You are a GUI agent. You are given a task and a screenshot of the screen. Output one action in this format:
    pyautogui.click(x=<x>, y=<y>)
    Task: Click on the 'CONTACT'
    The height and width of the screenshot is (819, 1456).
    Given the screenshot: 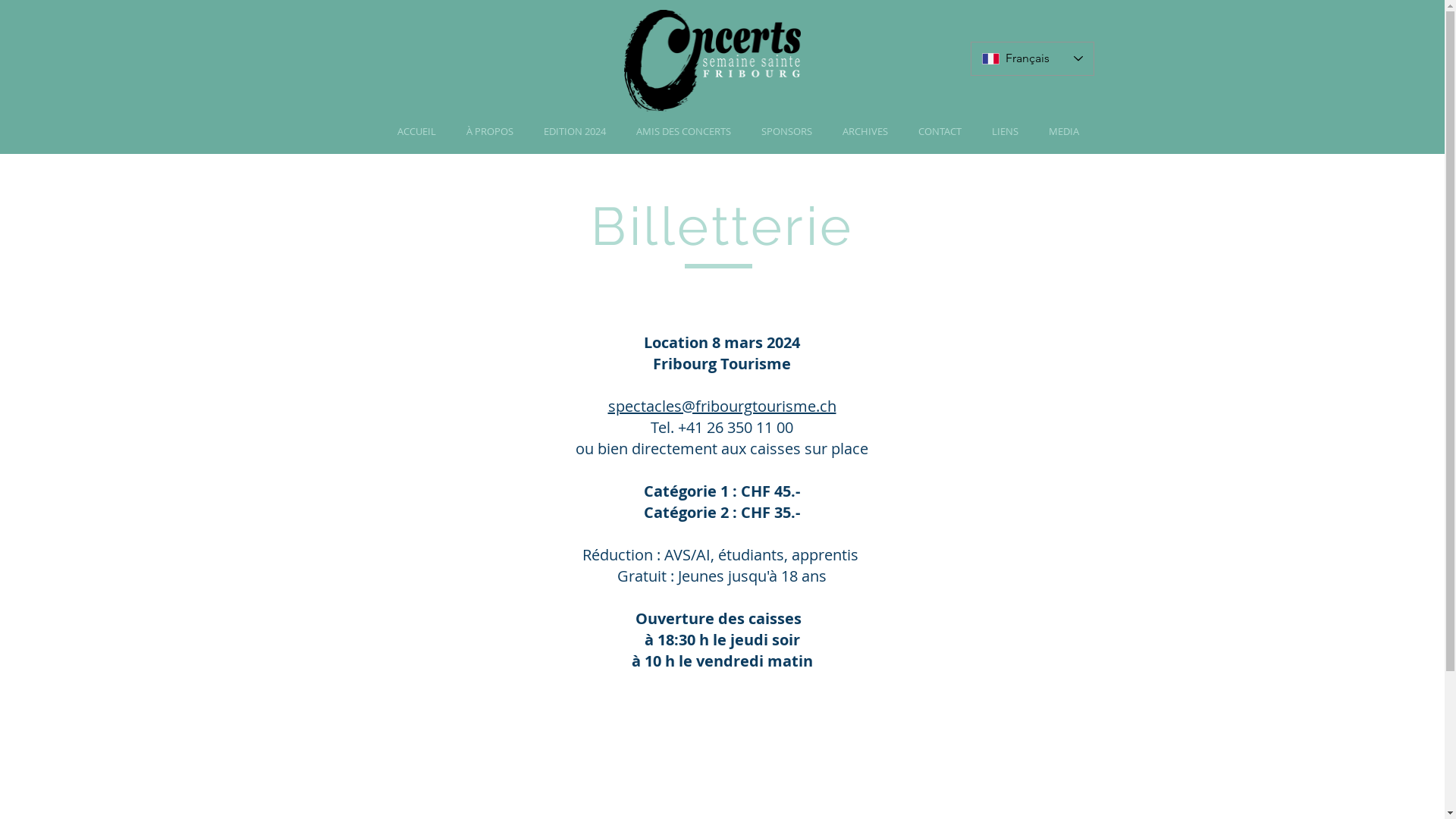 What is the action you would take?
    pyautogui.click(x=902, y=130)
    